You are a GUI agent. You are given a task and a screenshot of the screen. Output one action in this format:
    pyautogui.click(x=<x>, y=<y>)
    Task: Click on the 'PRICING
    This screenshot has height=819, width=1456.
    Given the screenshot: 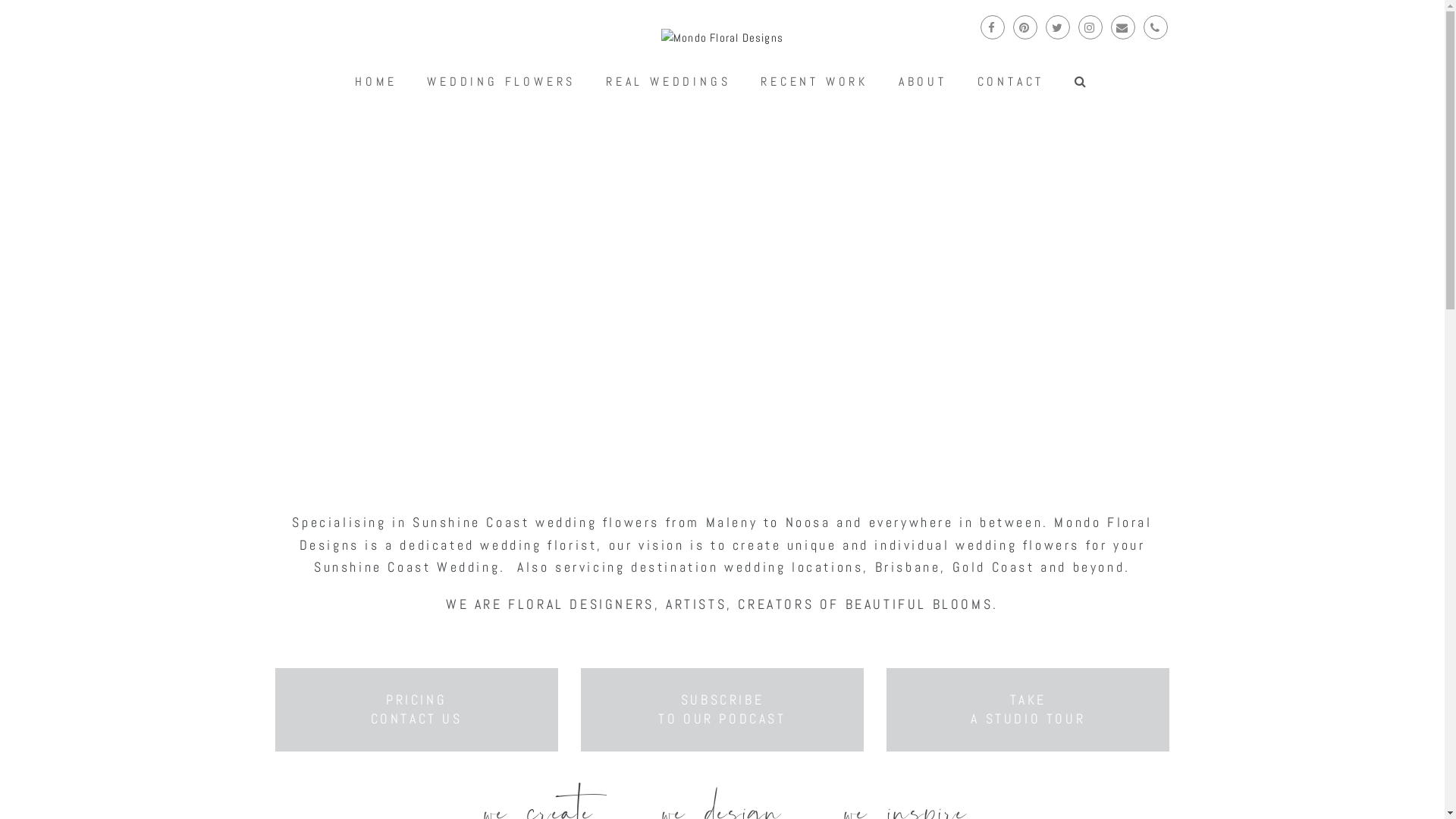 What is the action you would take?
    pyautogui.click(x=416, y=708)
    